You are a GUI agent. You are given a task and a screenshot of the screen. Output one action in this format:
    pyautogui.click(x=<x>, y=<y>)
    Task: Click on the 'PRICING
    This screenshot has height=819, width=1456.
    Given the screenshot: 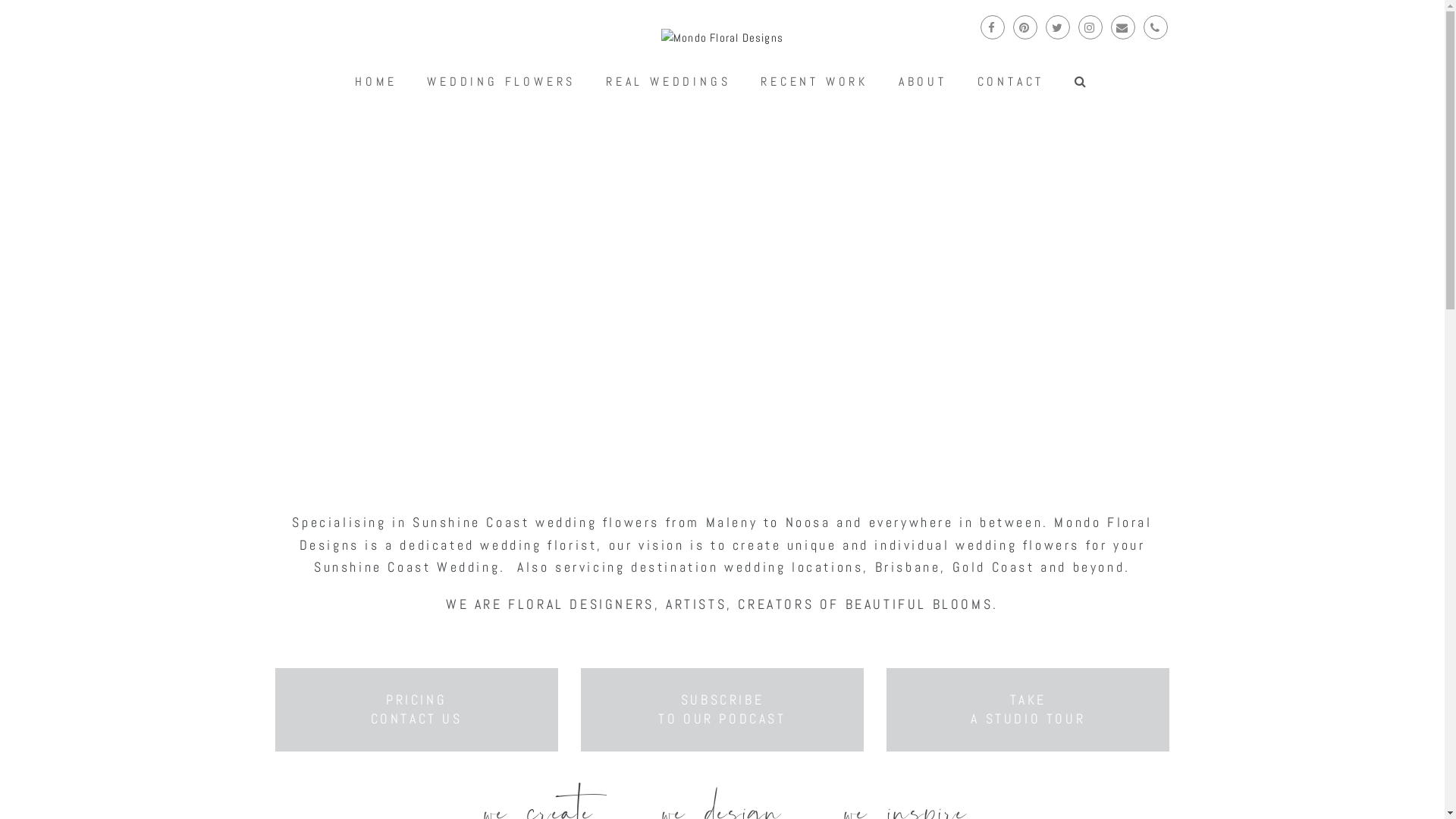 What is the action you would take?
    pyautogui.click(x=416, y=708)
    